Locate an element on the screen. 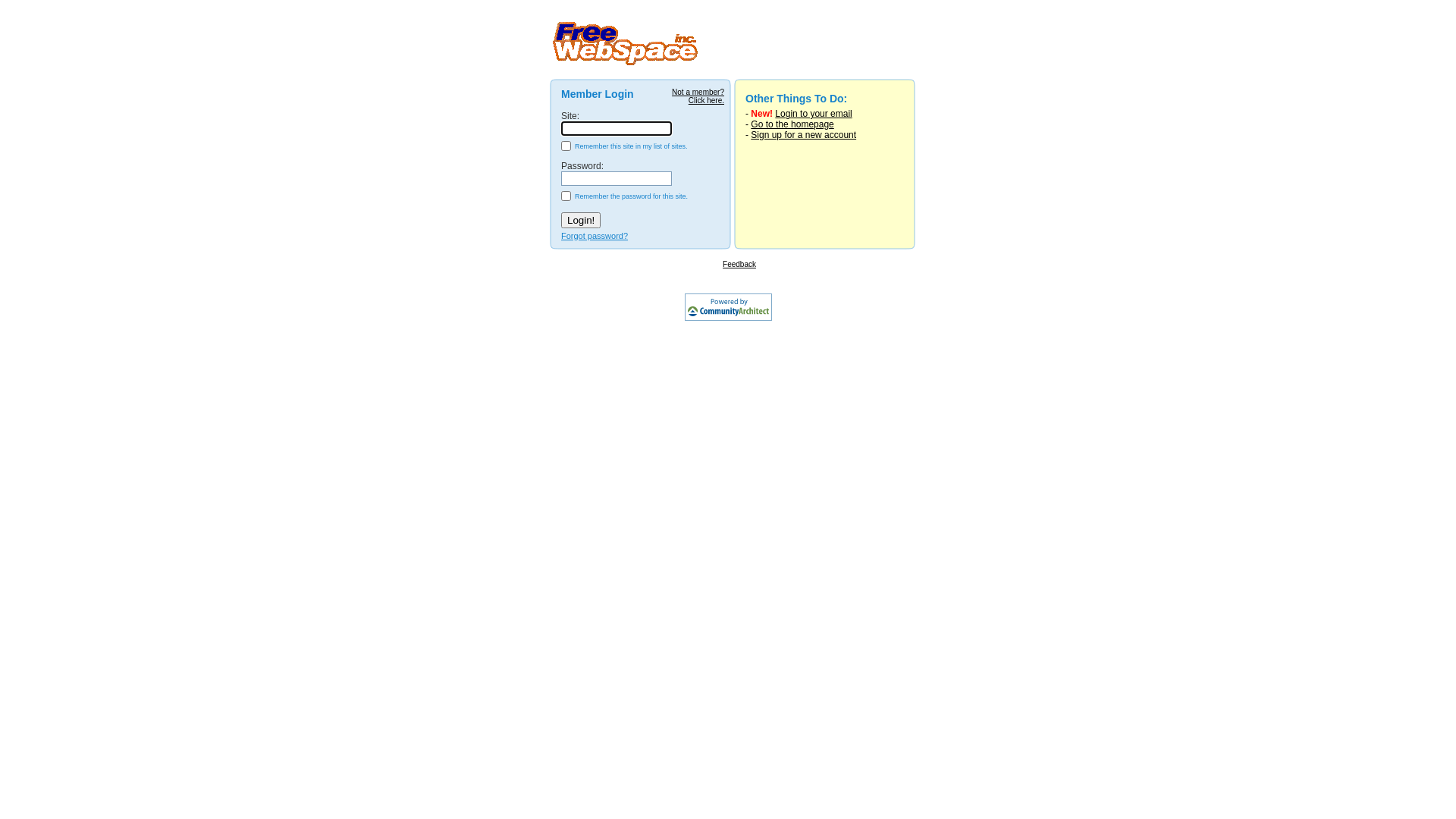  'Sign up for a new account' is located at coordinates (802, 133).